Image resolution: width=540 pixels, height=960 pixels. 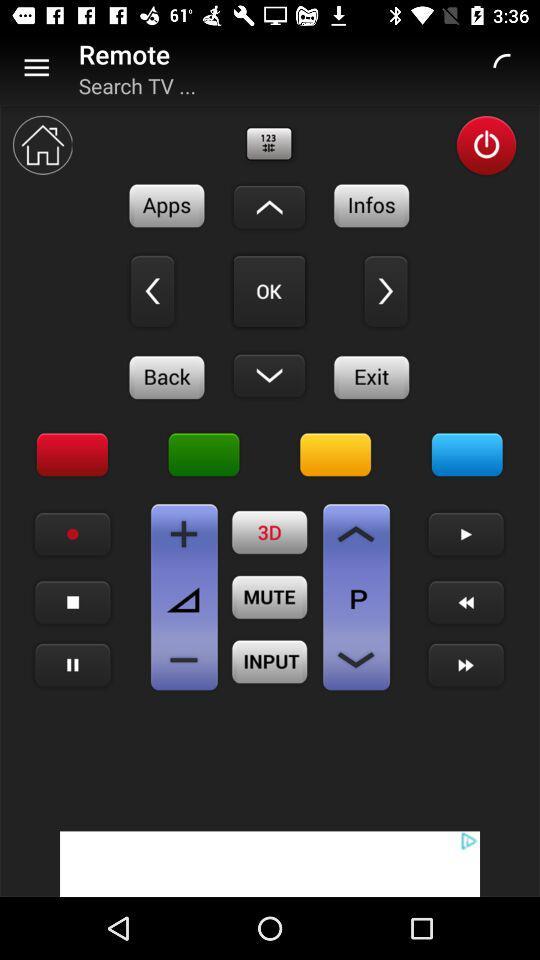 I want to click on the expand_less icon, so click(x=269, y=207).